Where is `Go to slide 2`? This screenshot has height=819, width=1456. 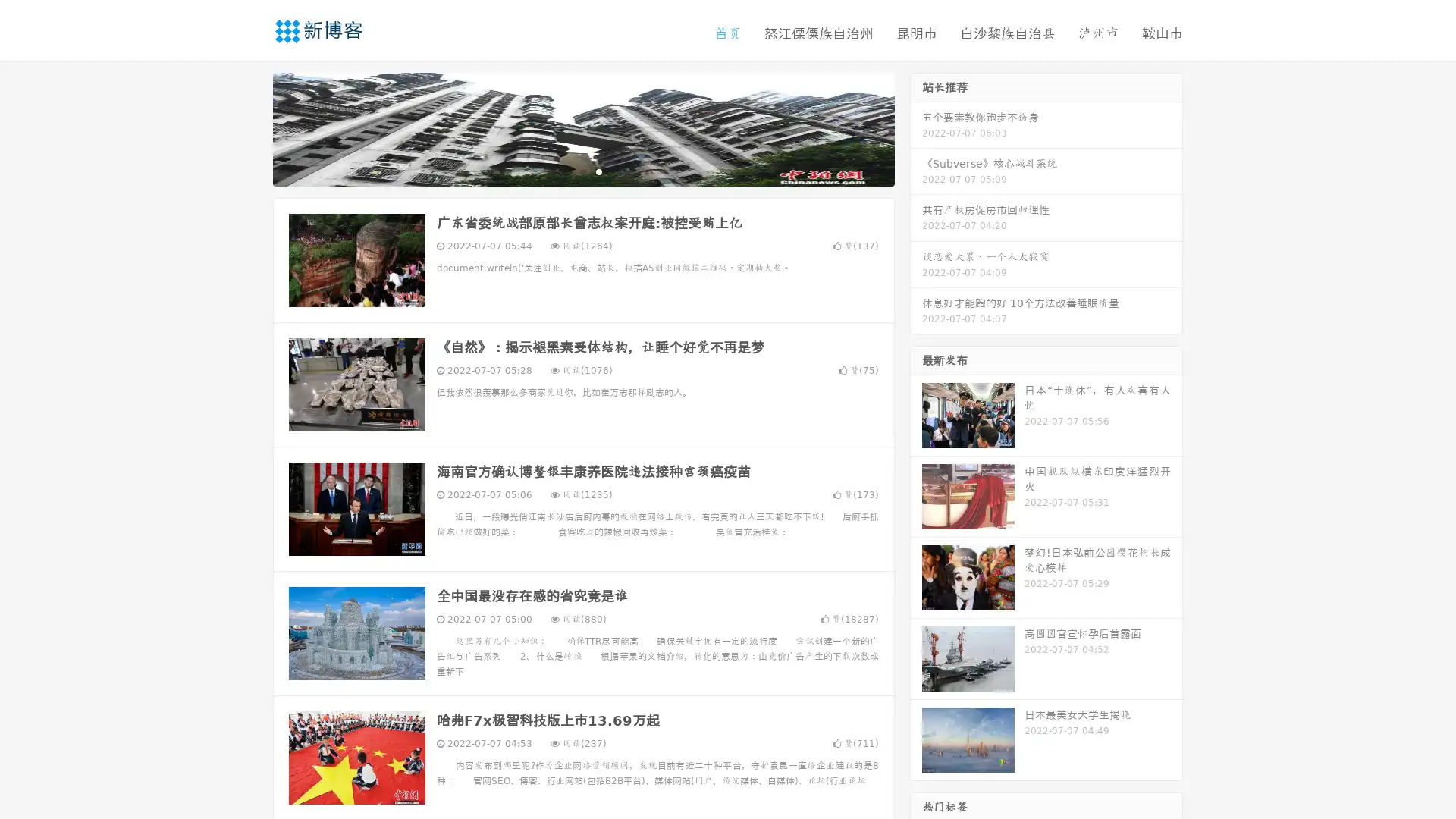
Go to slide 2 is located at coordinates (582, 171).